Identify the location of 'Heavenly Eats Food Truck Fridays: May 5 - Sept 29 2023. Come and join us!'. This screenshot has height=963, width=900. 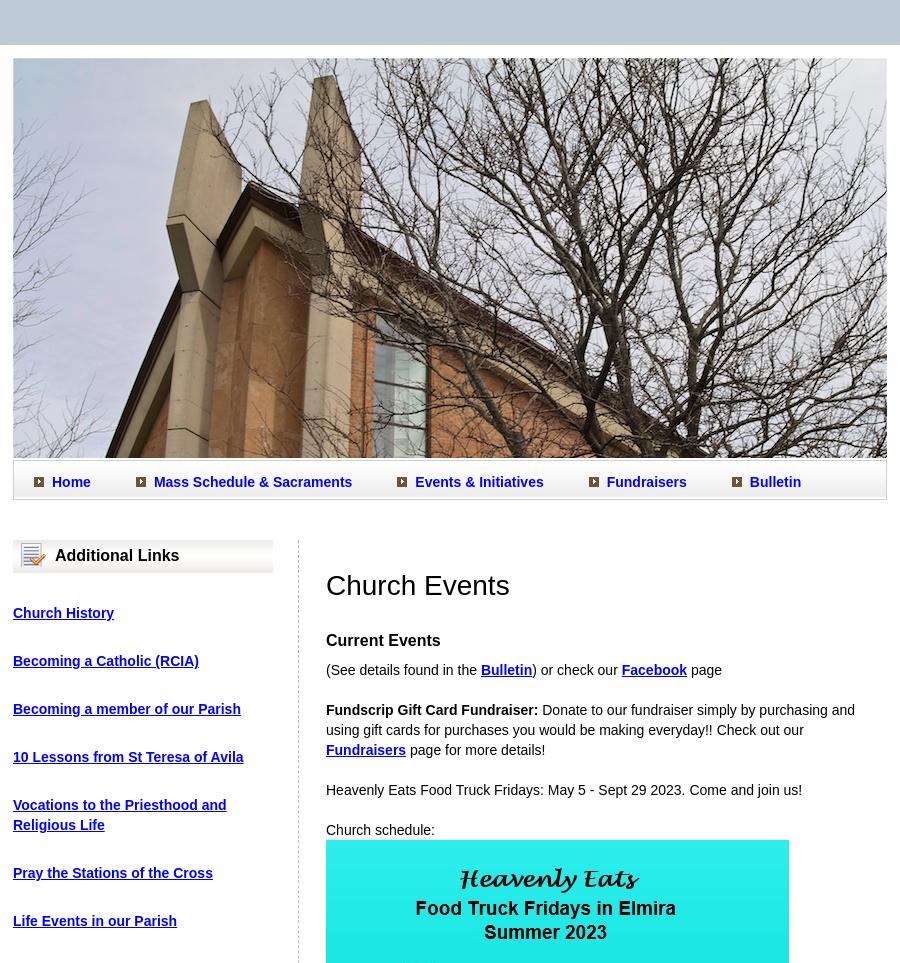
(564, 789).